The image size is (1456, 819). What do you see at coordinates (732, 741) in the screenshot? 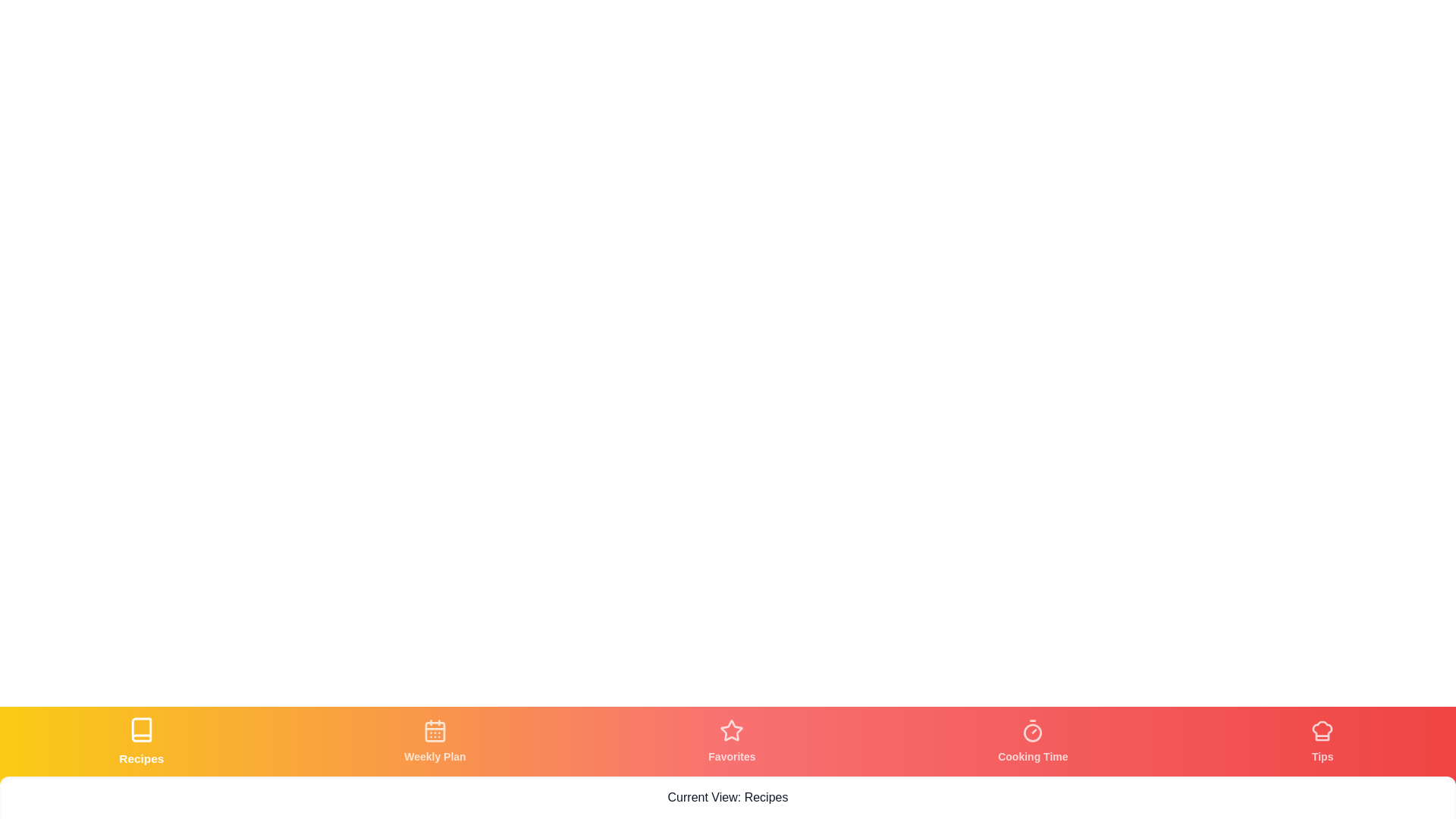
I see `the tab corresponding to Favorites by clicking its icon or label` at bounding box center [732, 741].